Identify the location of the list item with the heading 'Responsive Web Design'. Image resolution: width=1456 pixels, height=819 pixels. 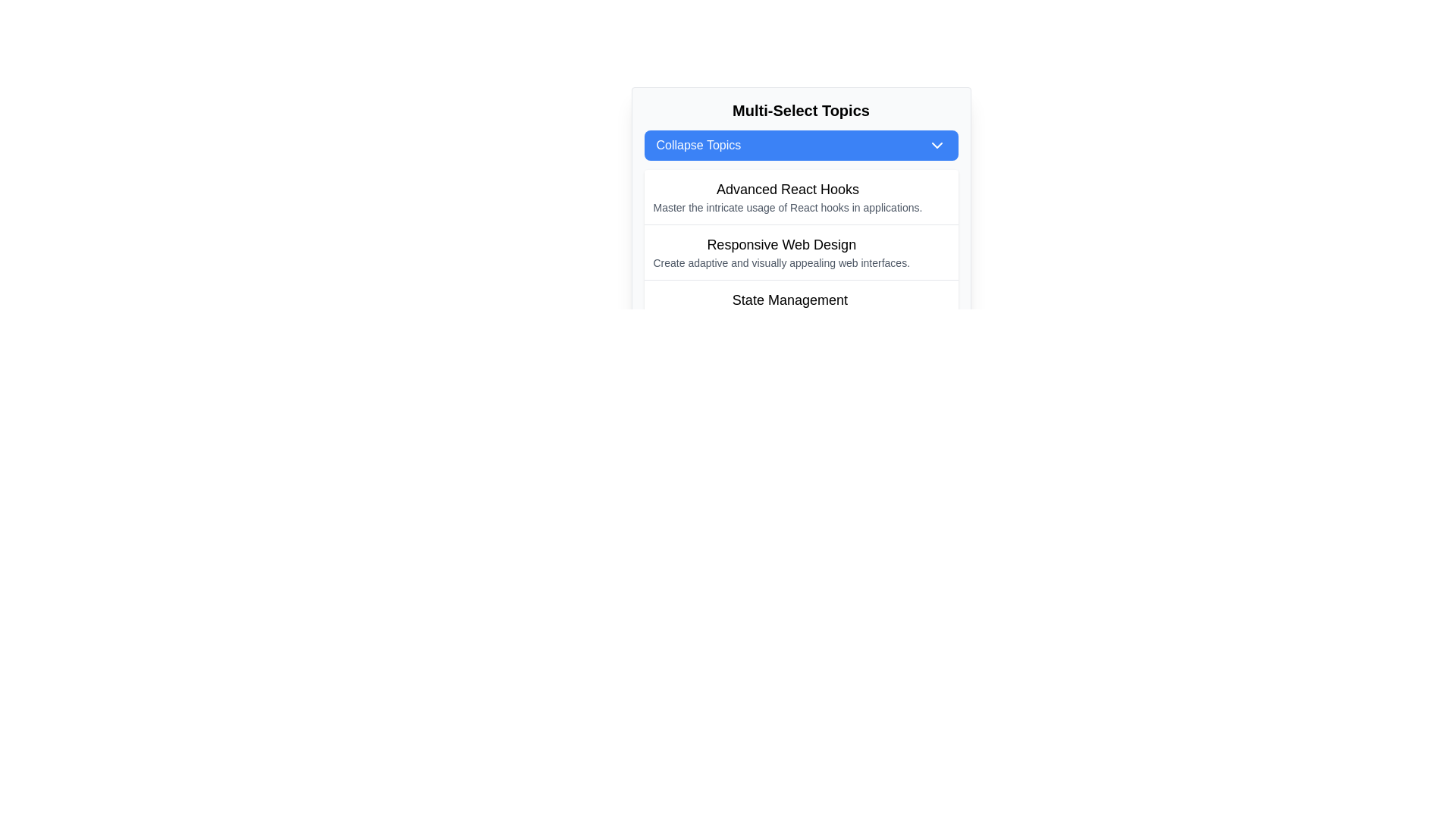
(800, 252).